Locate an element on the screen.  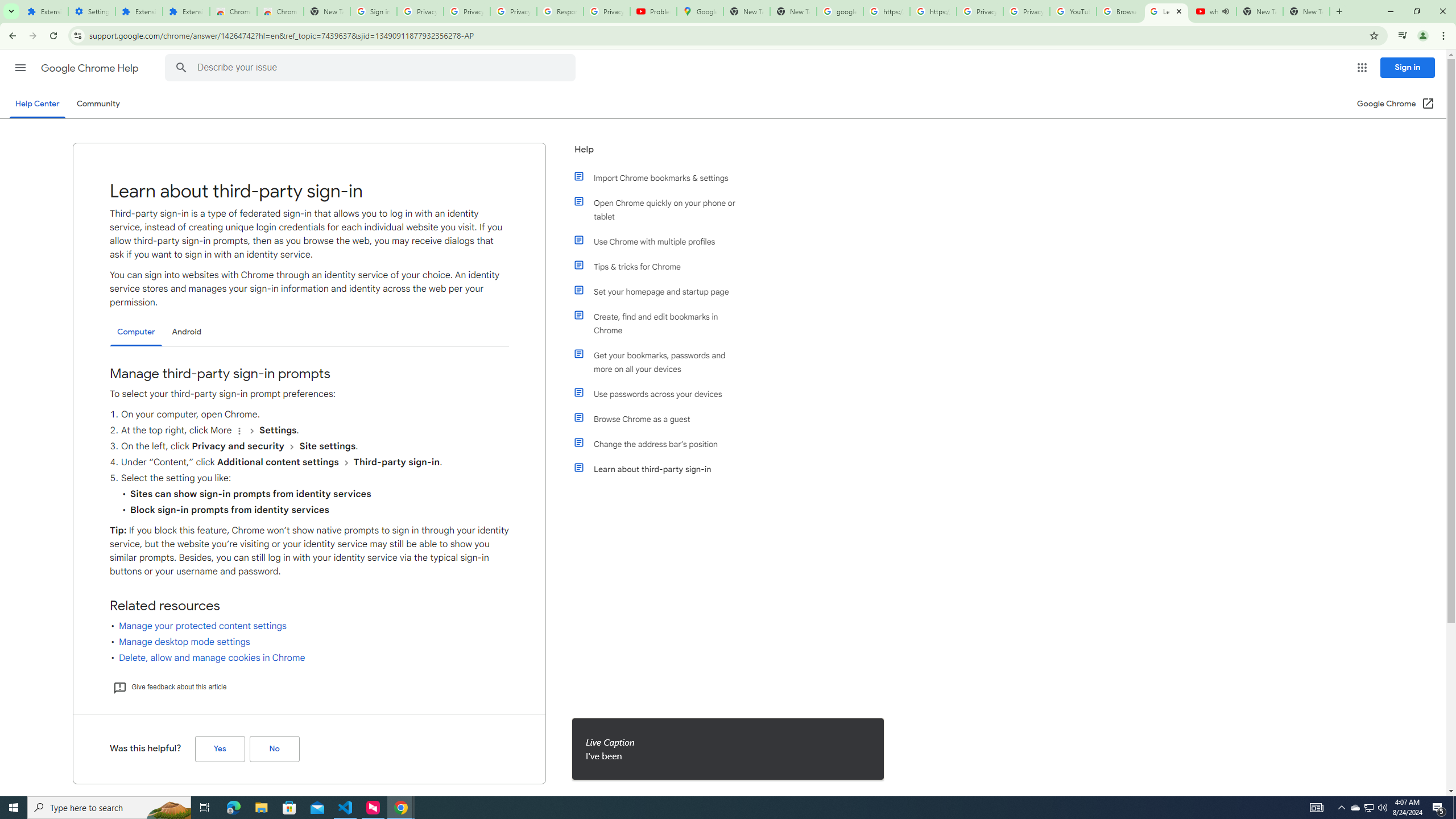
'Use Chrome with multiple profiles' is located at coordinates (661, 241).